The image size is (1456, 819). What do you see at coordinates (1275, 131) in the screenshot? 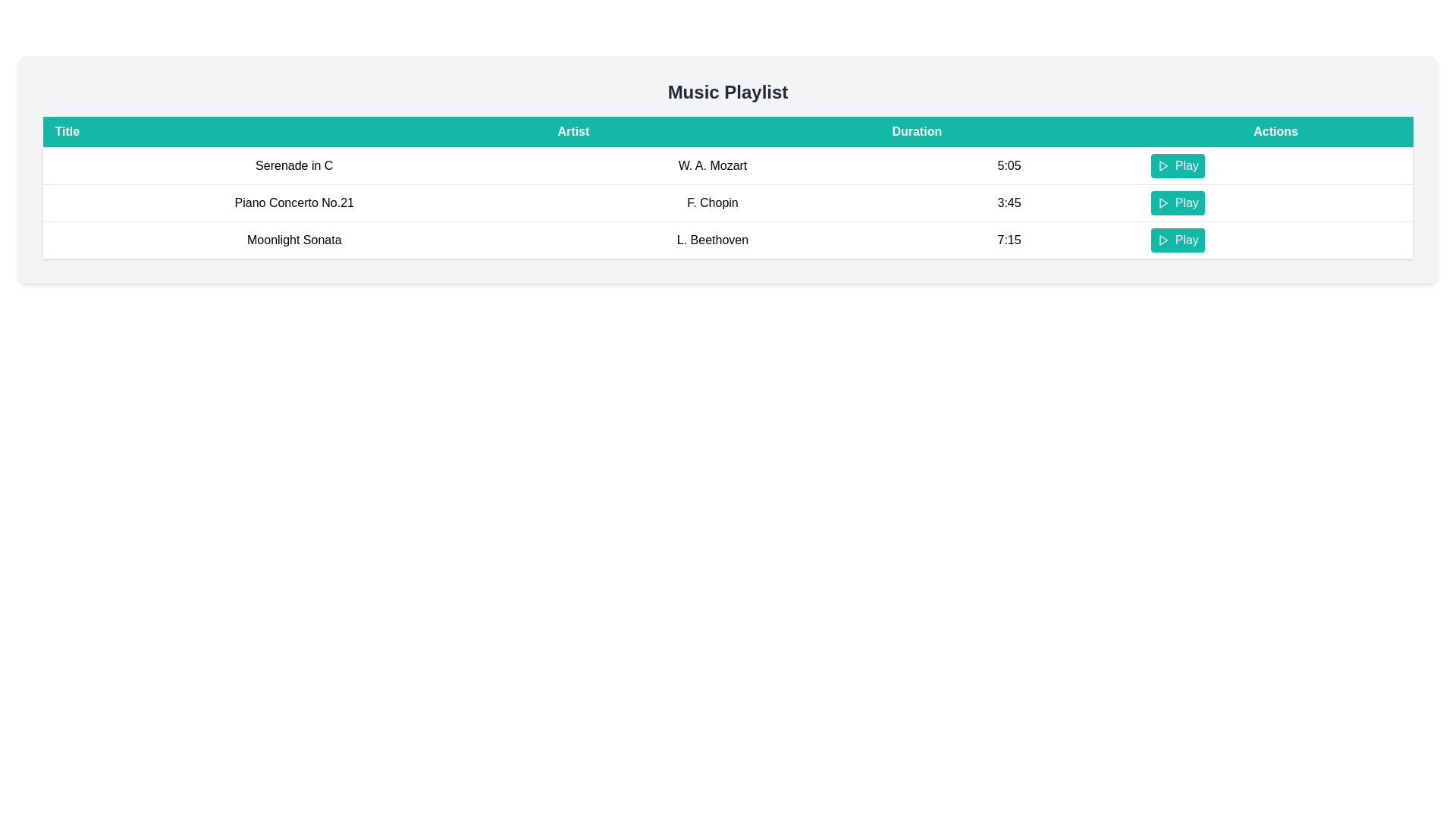
I see `the last column header of the table, which is positioned to the right of the 'Duration' column` at bounding box center [1275, 131].